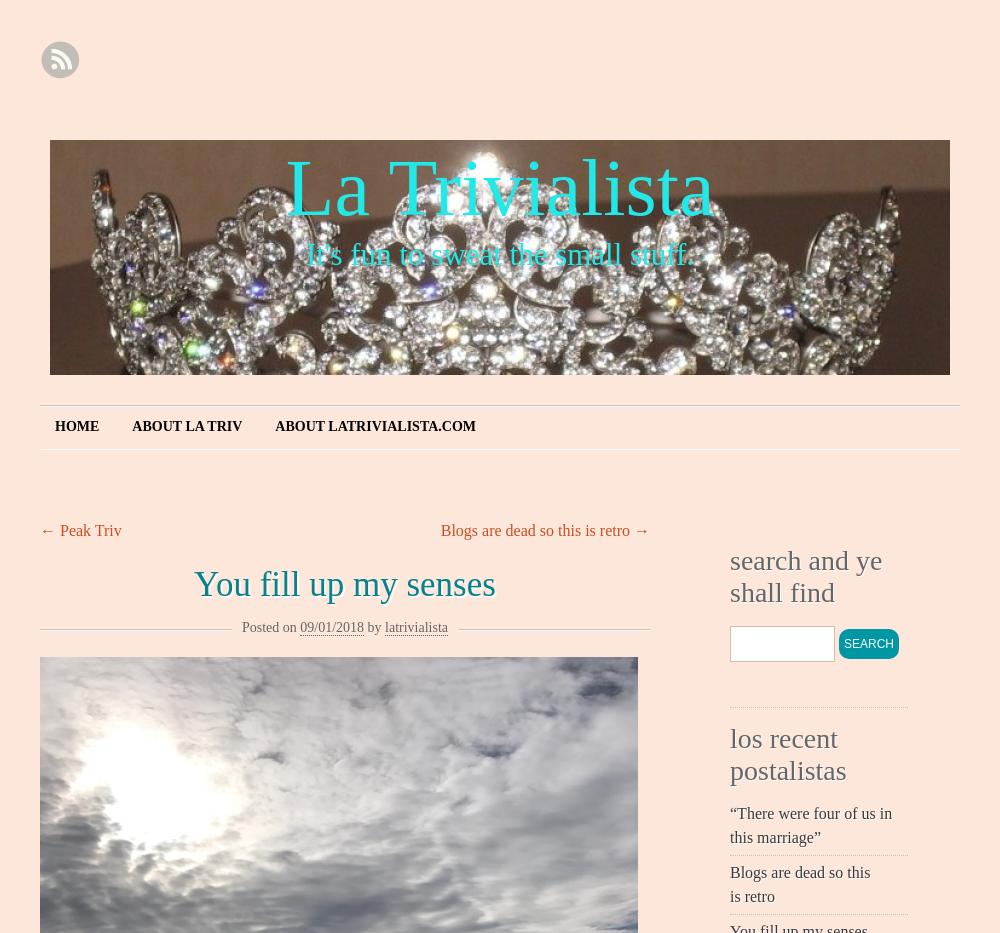  Describe the element at coordinates (366, 625) in the screenshot. I see `'by'` at that location.